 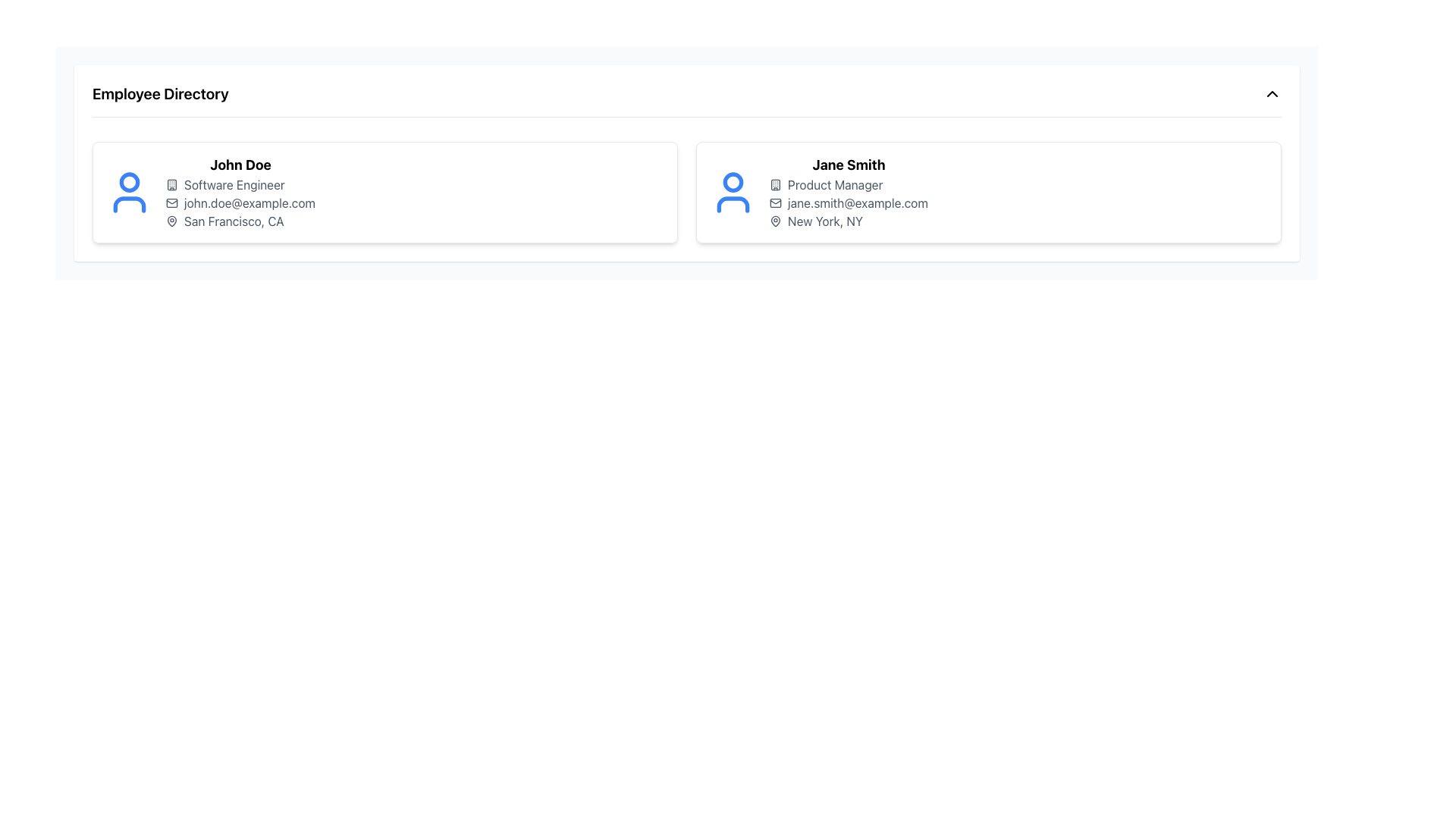 What do you see at coordinates (171, 184) in the screenshot?
I see `the building icon located to the left of the label 'Software Engineer' and close to the name 'John Doe'` at bounding box center [171, 184].